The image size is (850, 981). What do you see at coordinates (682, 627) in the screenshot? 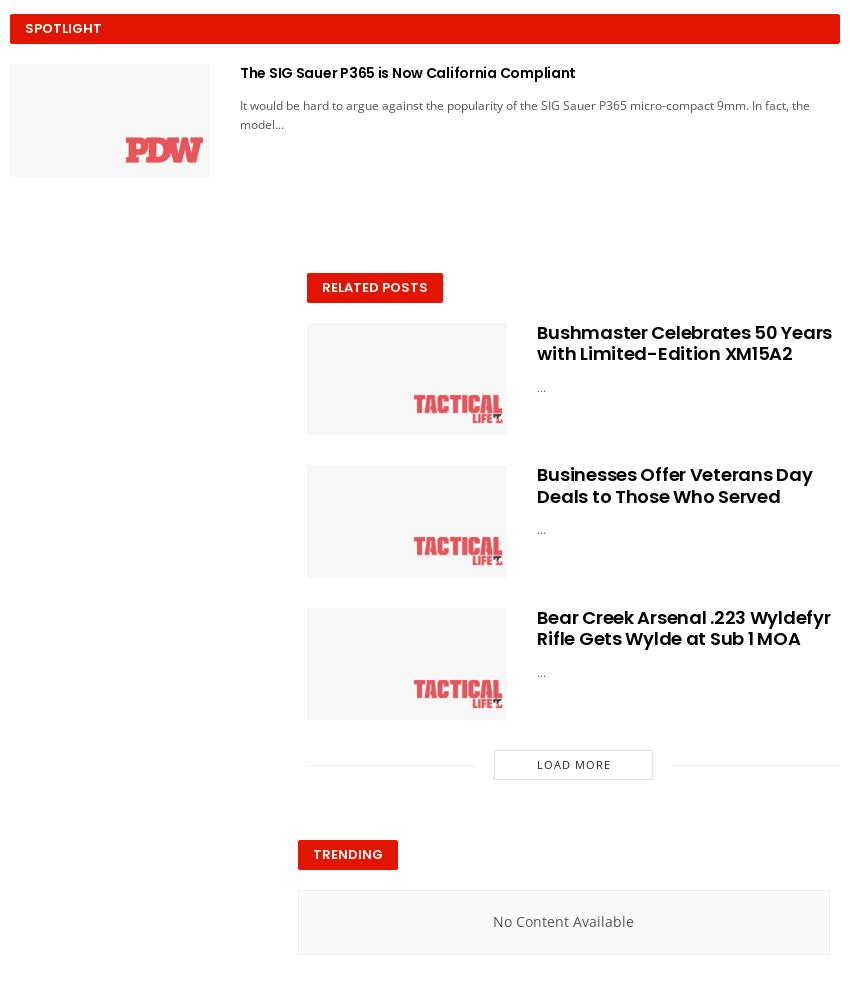
I see `'Bear Creek Arsenal .223 Wyldefyr Rifle Gets Wylde at Sub 1 MOA'` at bounding box center [682, 627].